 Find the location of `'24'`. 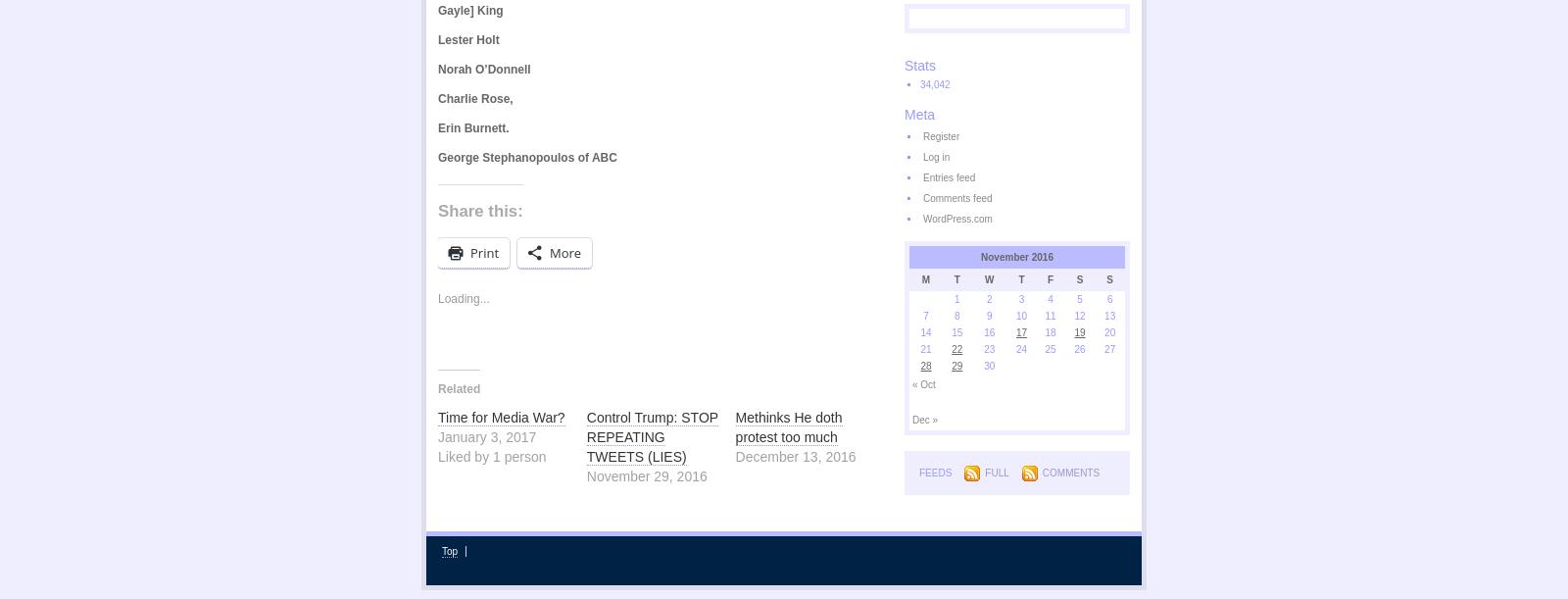

'24' is located at coordinates (1021, 348).